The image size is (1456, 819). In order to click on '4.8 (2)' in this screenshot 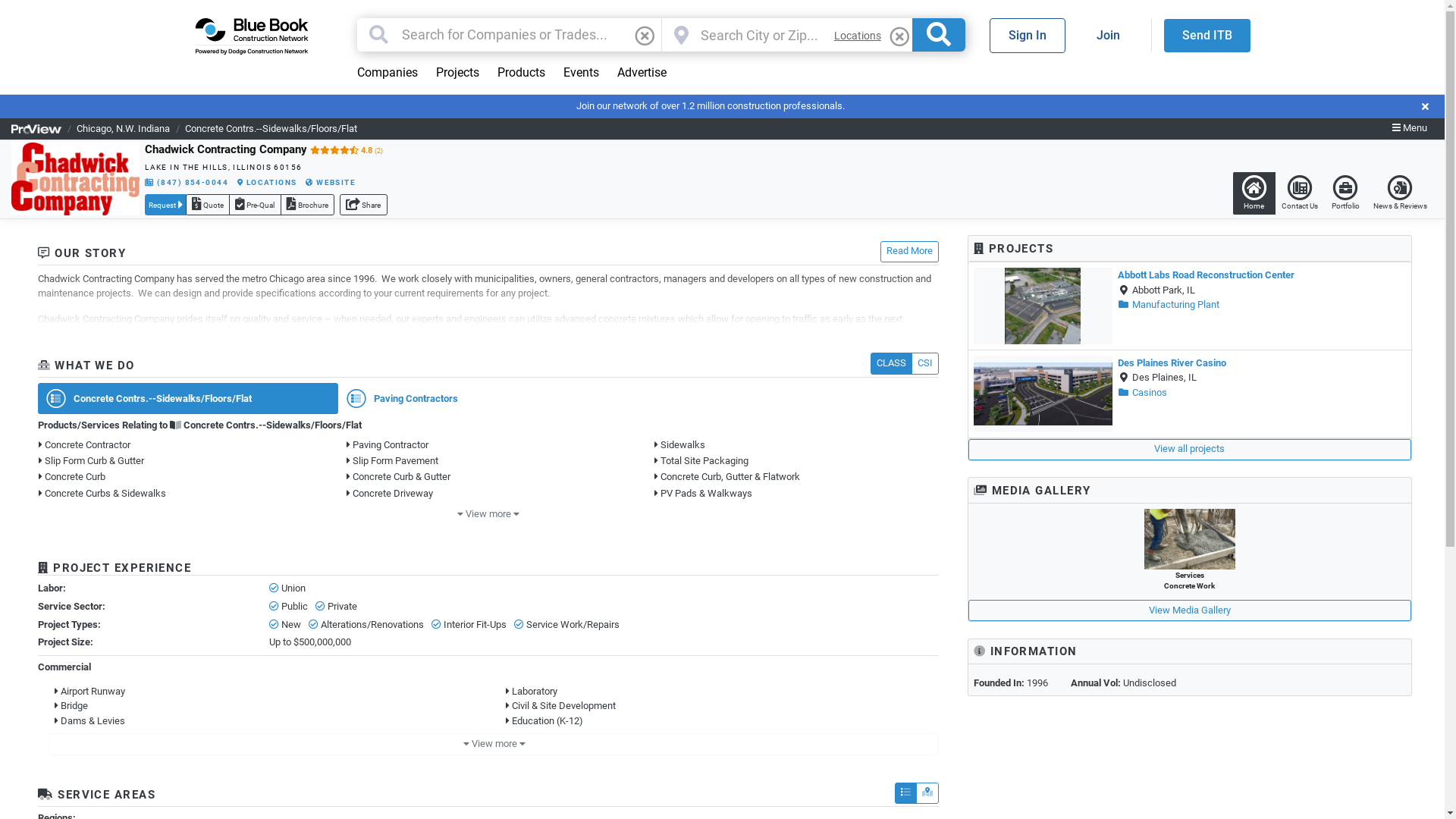, I will do `click(345, 149)`.